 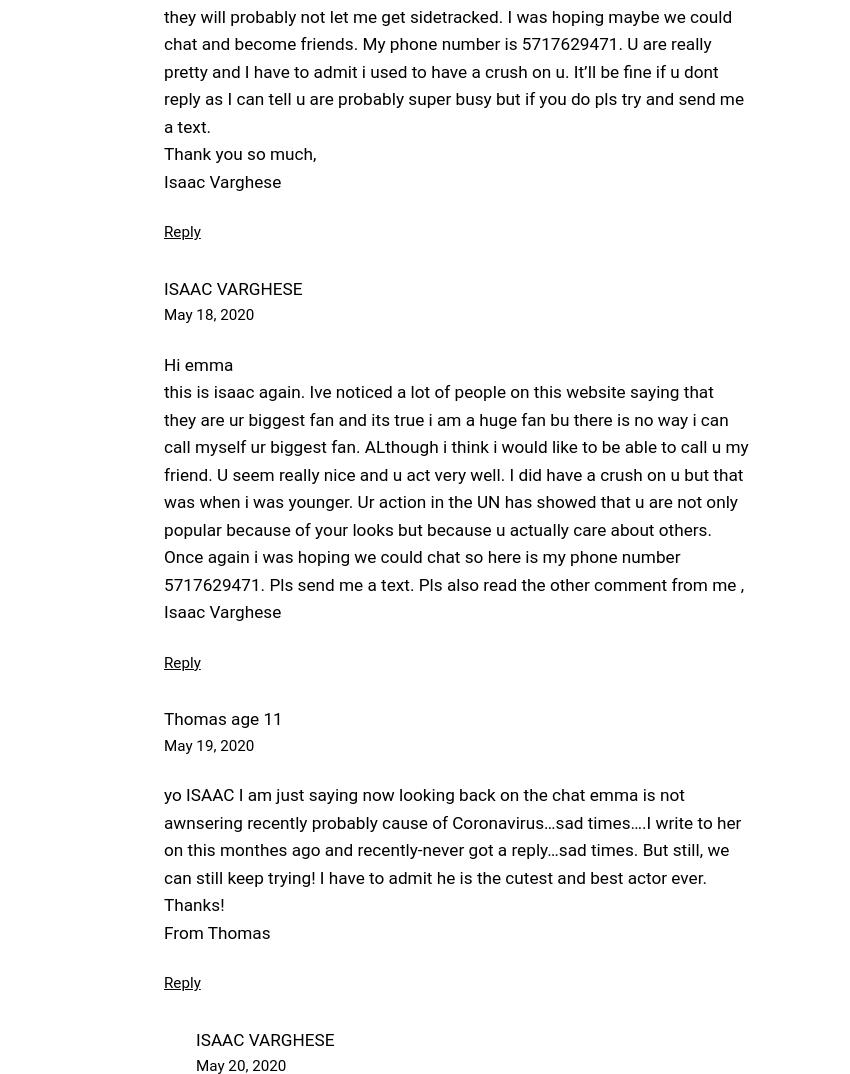 What do you see at coordinates (163, 153) in the screenshot?
I see `'Thank you so much,'` at bounding box center [163, 153].